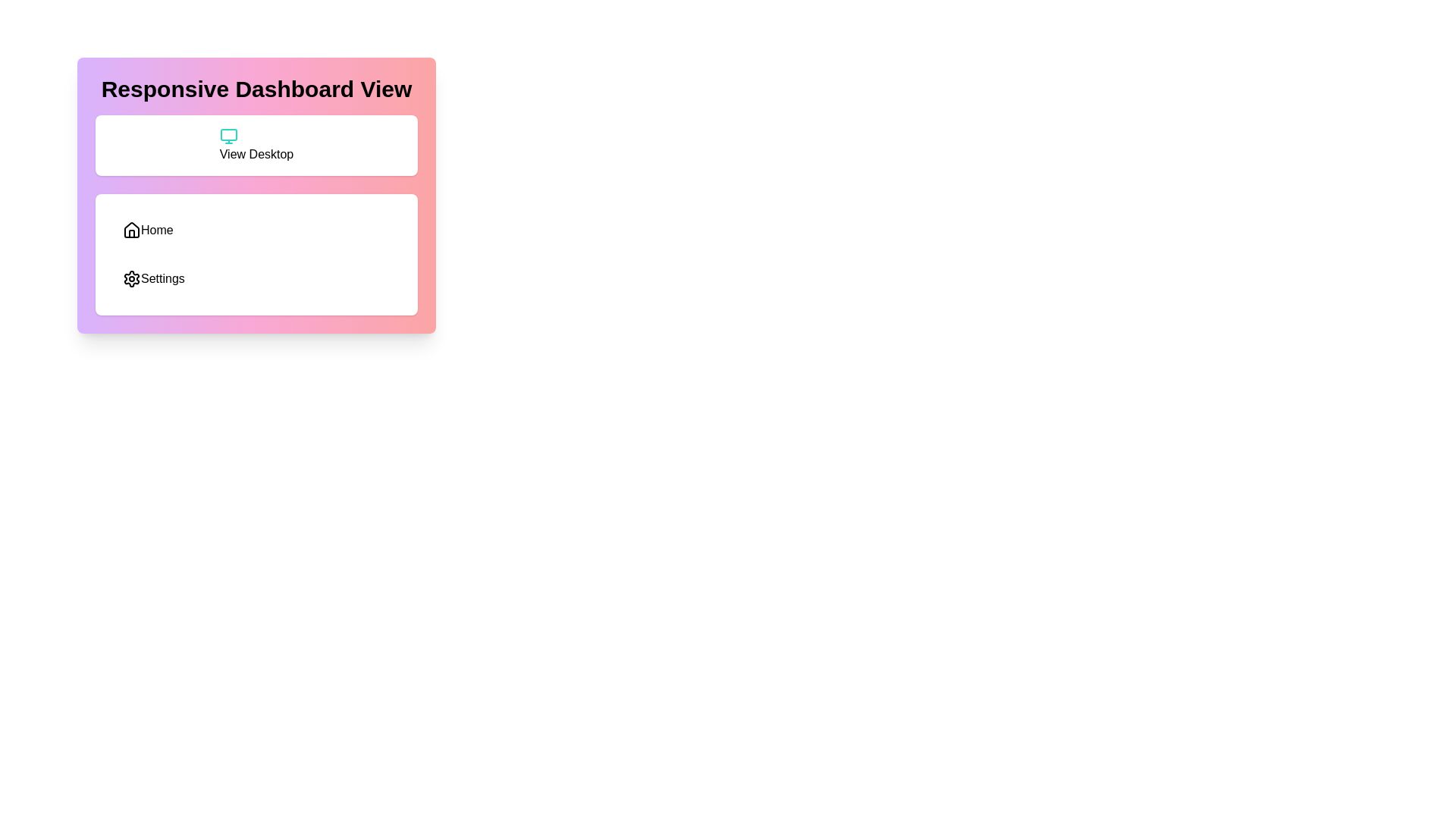 This screenshot has width=1456, height=819. Describe the element at coordinates (131, 278) in the screenshot. I see `the gear icon associated with settings` at that location.